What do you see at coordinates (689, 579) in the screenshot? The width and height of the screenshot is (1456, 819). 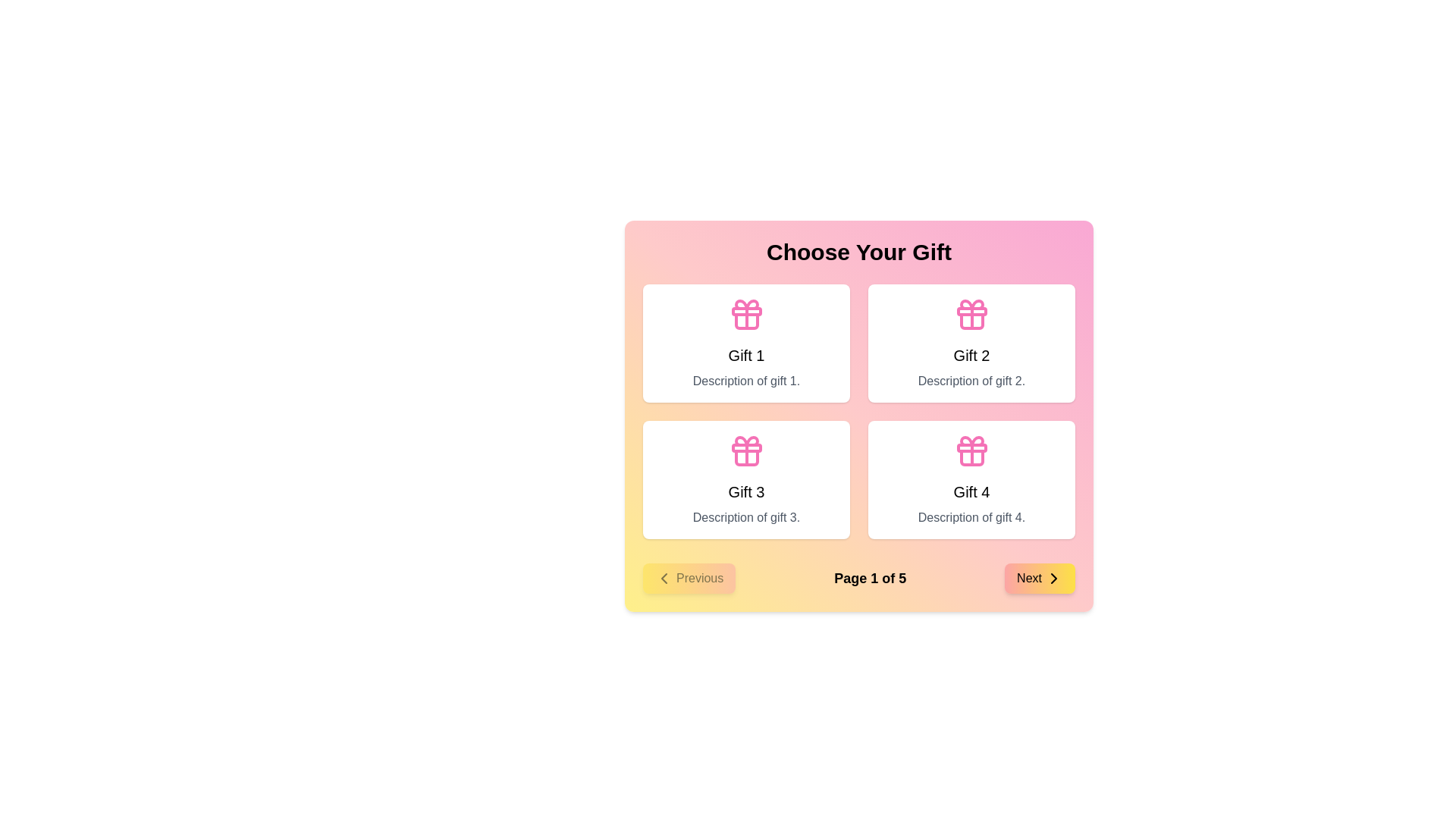 I see `the 'Previous' button, which is a rectangular button with rounded corners, featuring a red to yellow gradient background and a leftward chevron icon` at bounding box center [689, 579].